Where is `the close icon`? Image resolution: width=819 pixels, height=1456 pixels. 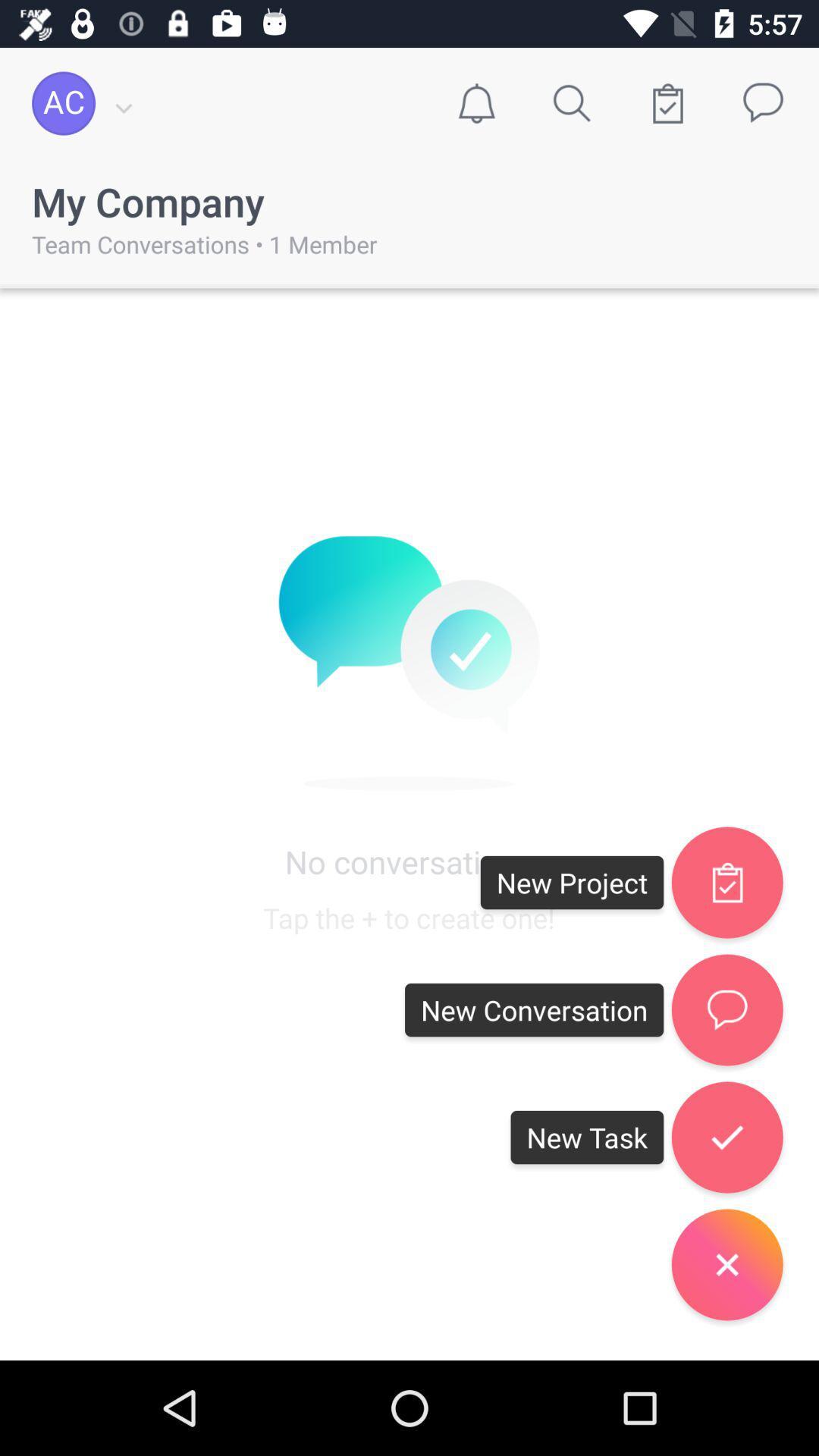 the close icon is located at coordinates (726, 1264).